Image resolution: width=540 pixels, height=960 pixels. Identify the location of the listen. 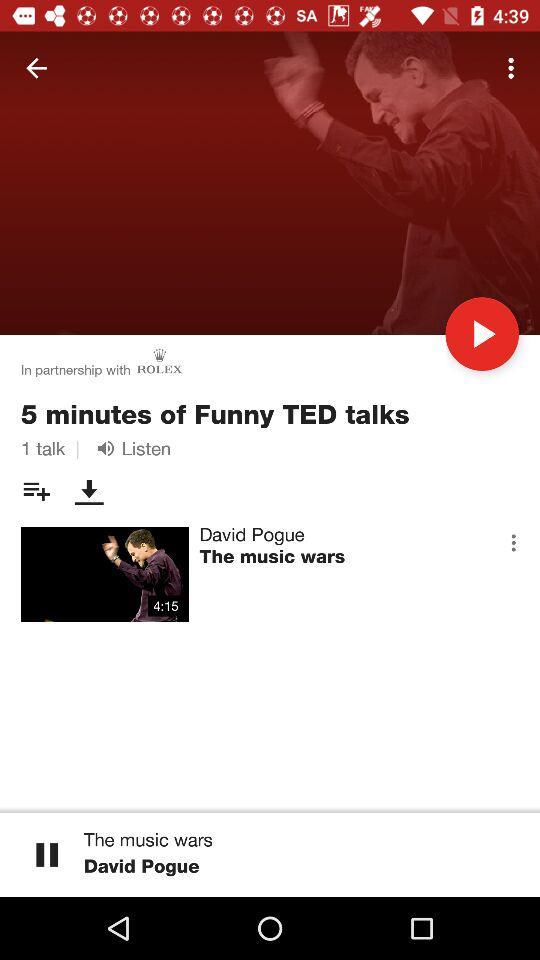
(130, 448).